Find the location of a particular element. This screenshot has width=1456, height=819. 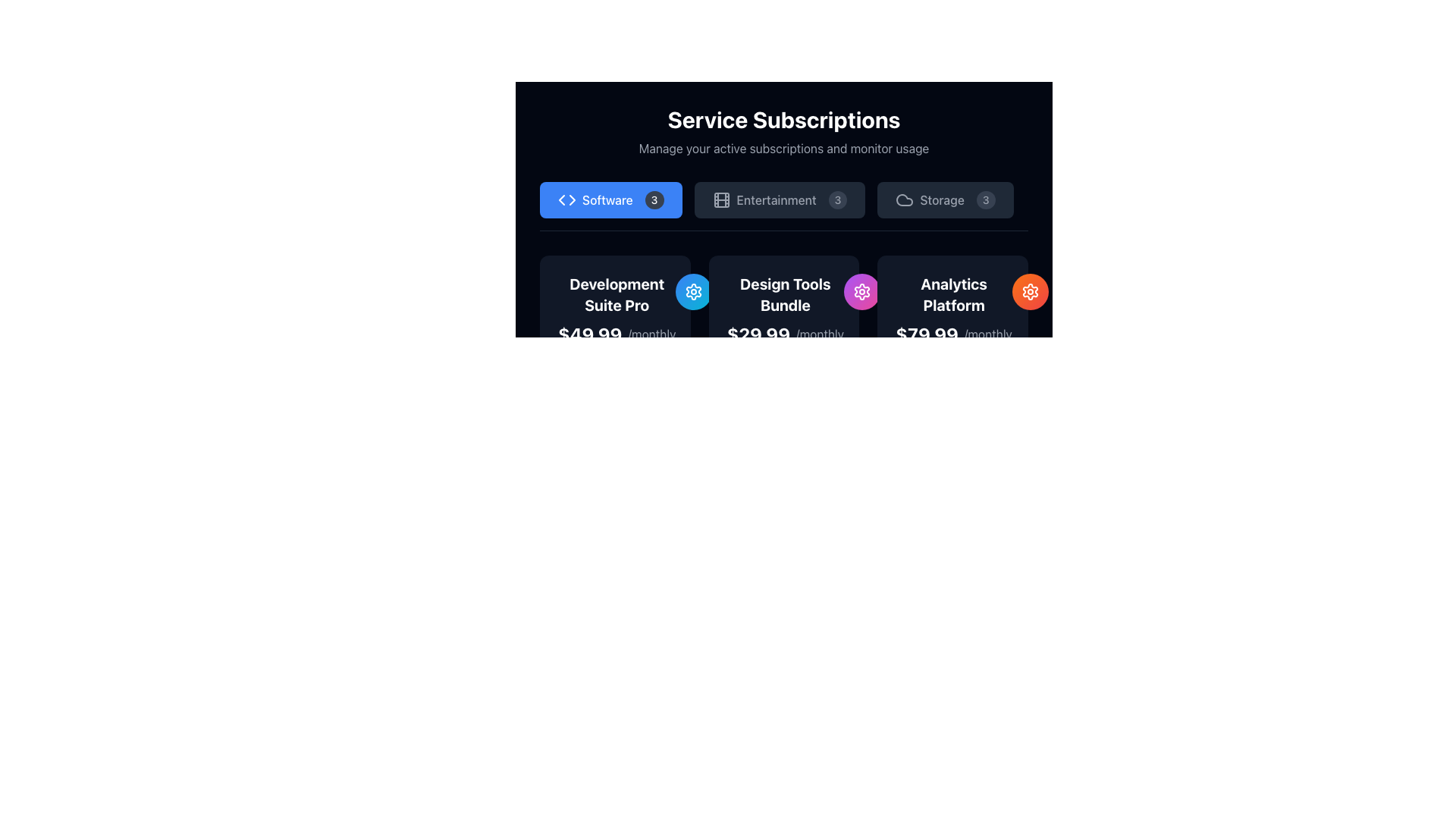

the value displayed on the Badge indicating the number of items or notifications related to 'Software', located at the far right adjacent to the text 'Software' is located at coordinates (654, 199).